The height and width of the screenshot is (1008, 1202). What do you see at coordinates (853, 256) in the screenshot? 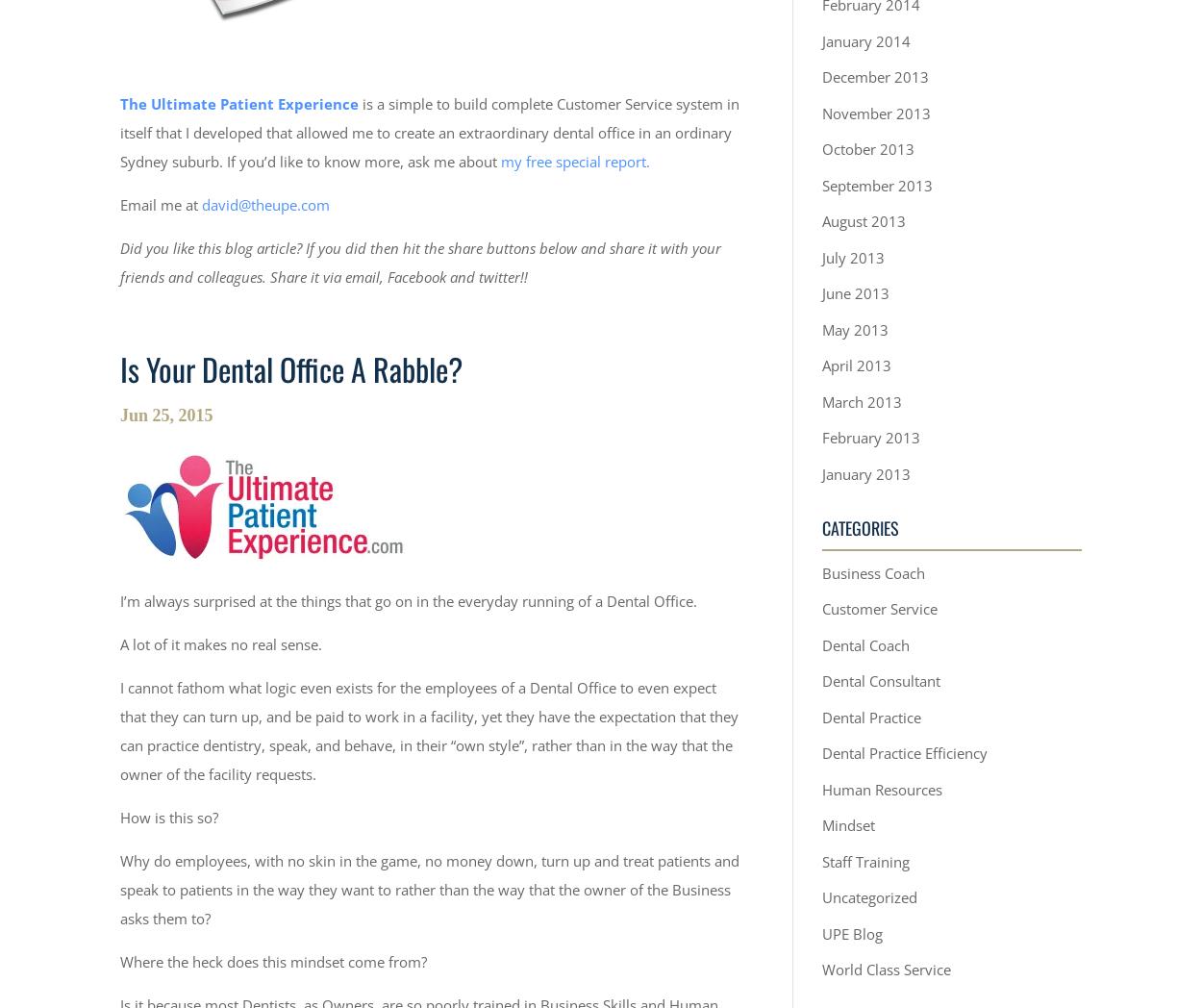
I see `'July 2013'` at bounding box center [853, 256].